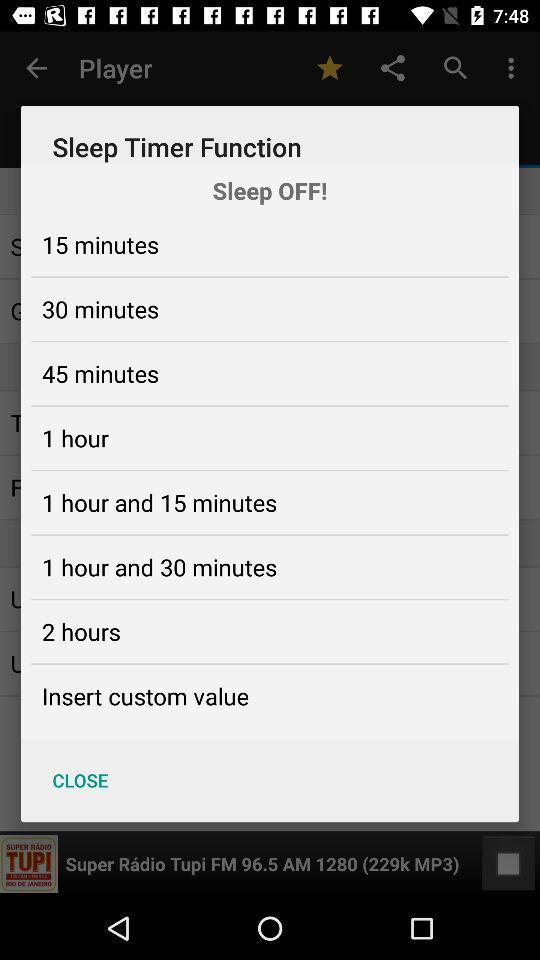  What do you see at coordinates (79, 779) in the screenshot?
I see `the close icon` at bounding box center [79, 779].